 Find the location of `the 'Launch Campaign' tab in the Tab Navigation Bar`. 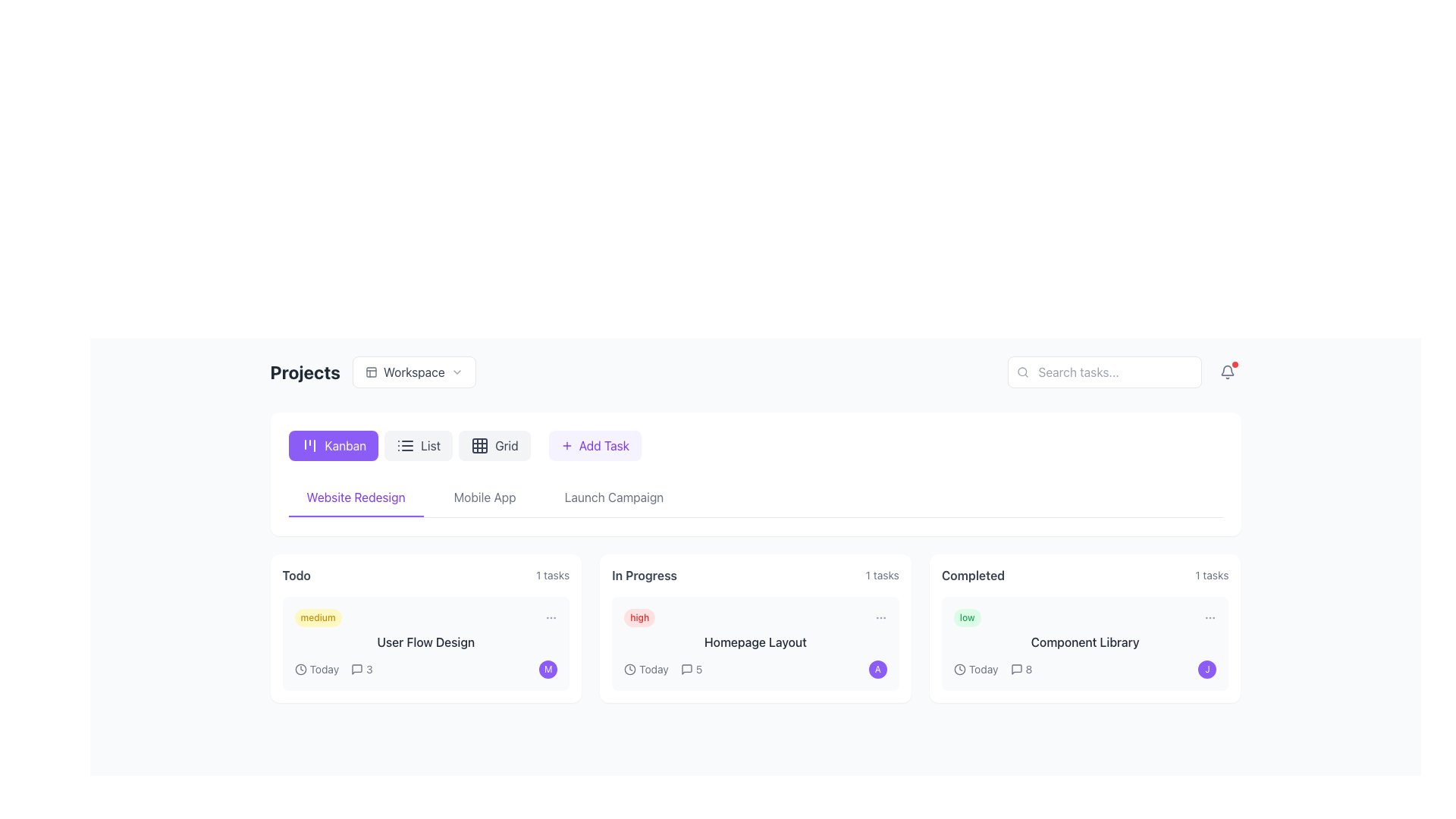

the 'Launch Campaign' tab in the Tab Navigation Bar is located at coordinates (755, 498).